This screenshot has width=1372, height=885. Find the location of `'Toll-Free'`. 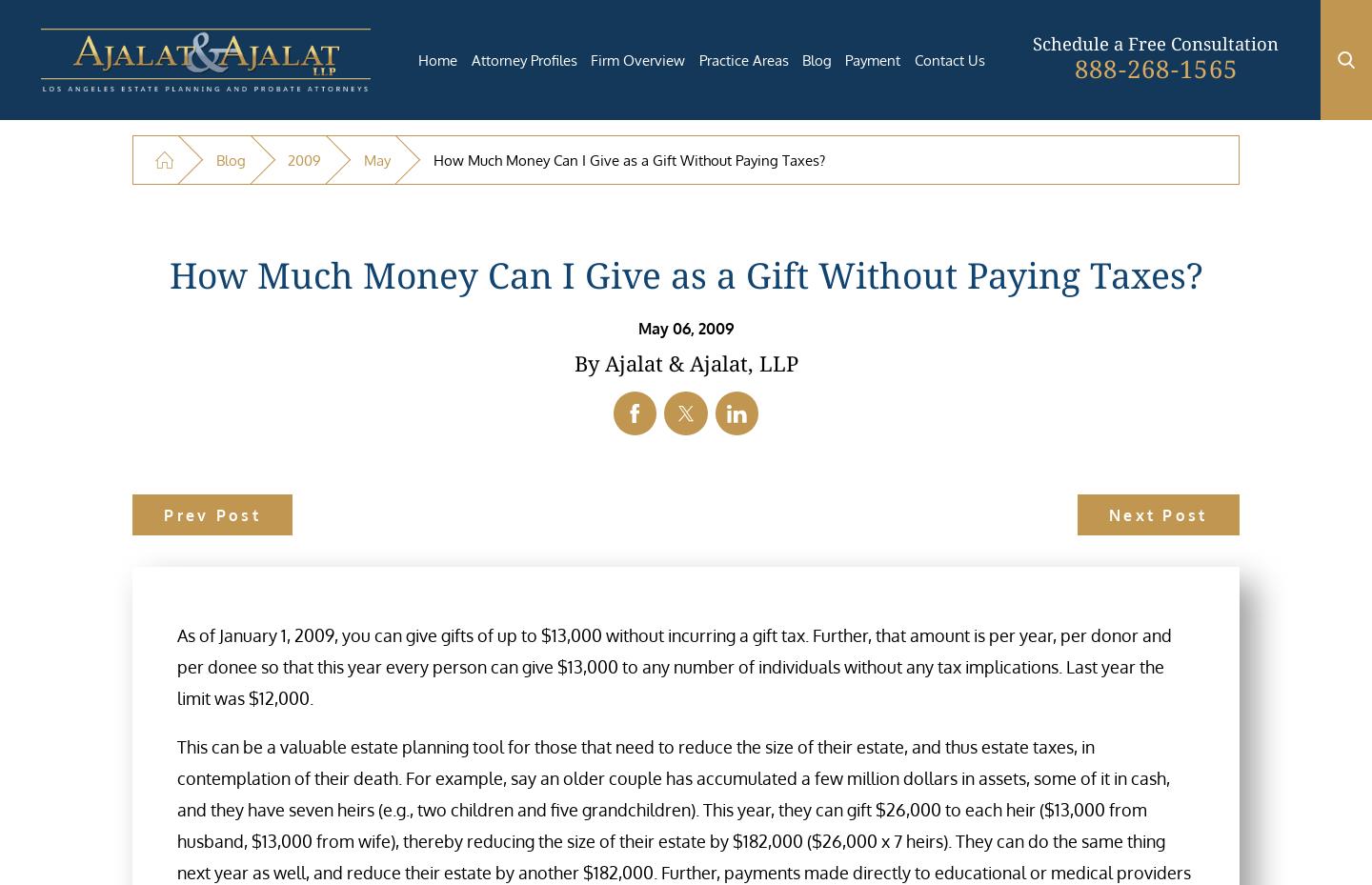

'Toll-Free' is located at coordinates (200, 564).